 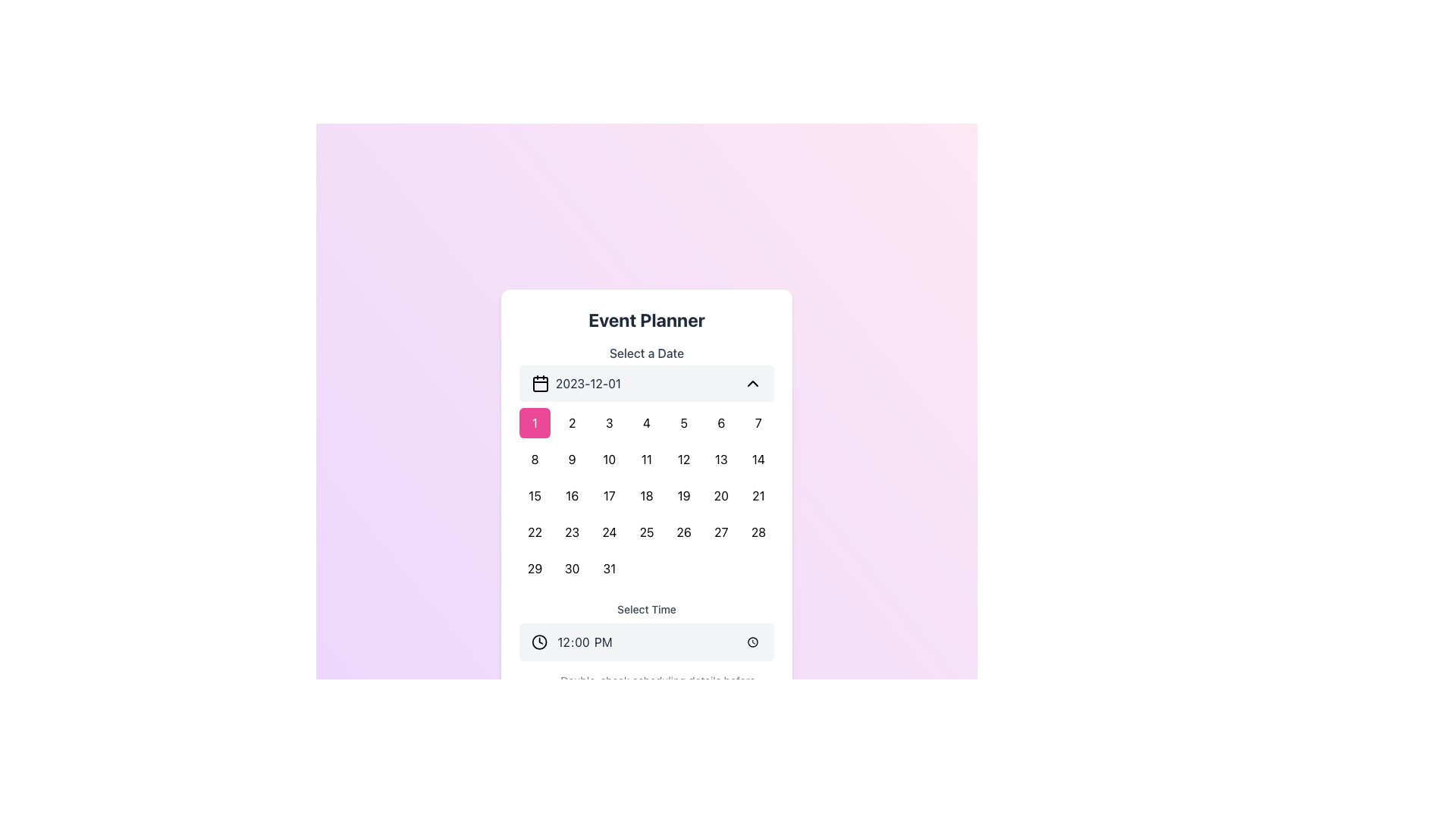 I want to click on the square button containing the text '22' located in the fourth row and first column of the calendar grid in the date-picker interface to trigger visual feedback, so click(x=535, y=532).